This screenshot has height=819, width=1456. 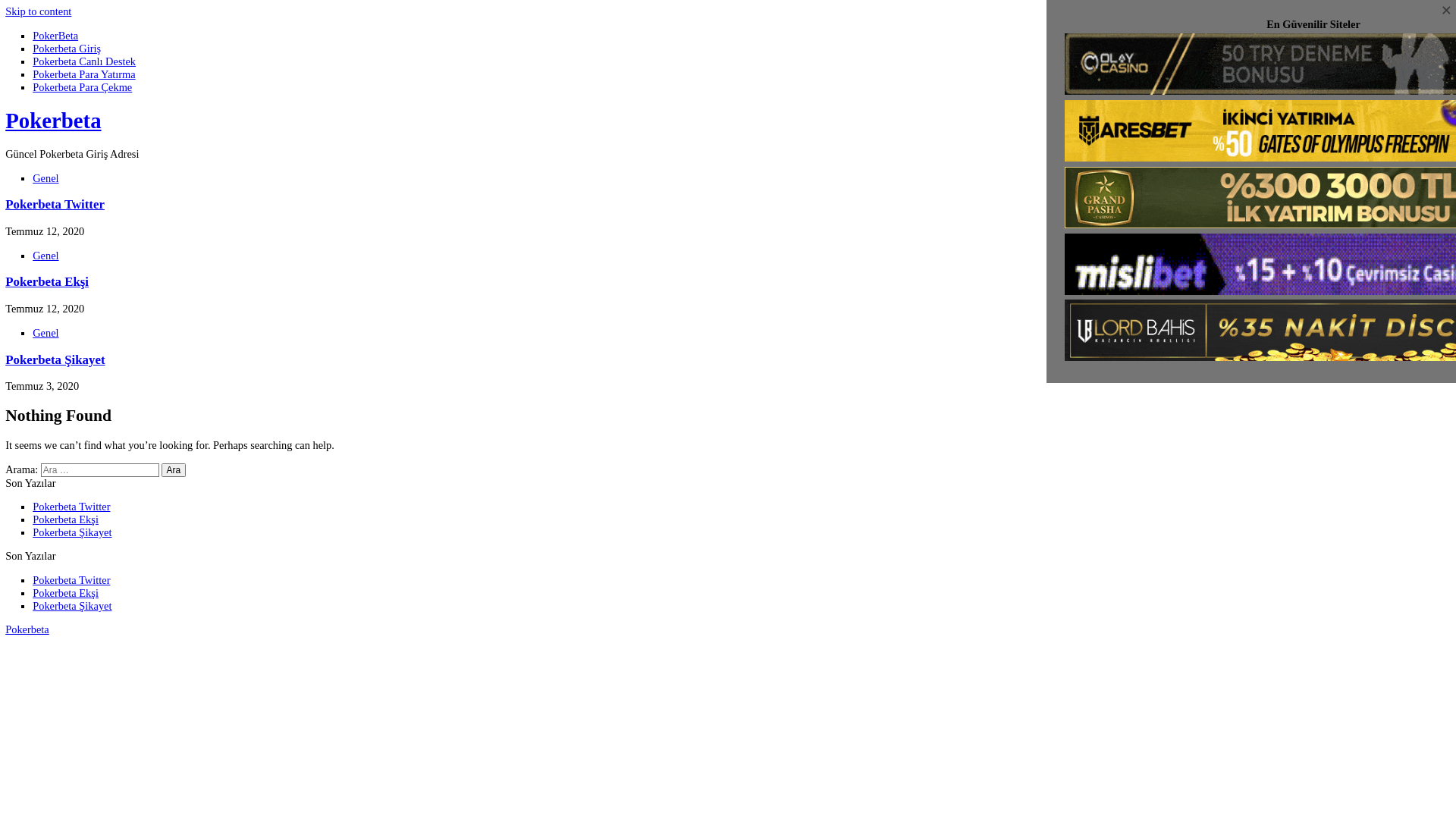 What do you see at coordinates (192, 522) in the screenshot?
I see `'Ara'` at bounding box center [192, 522].